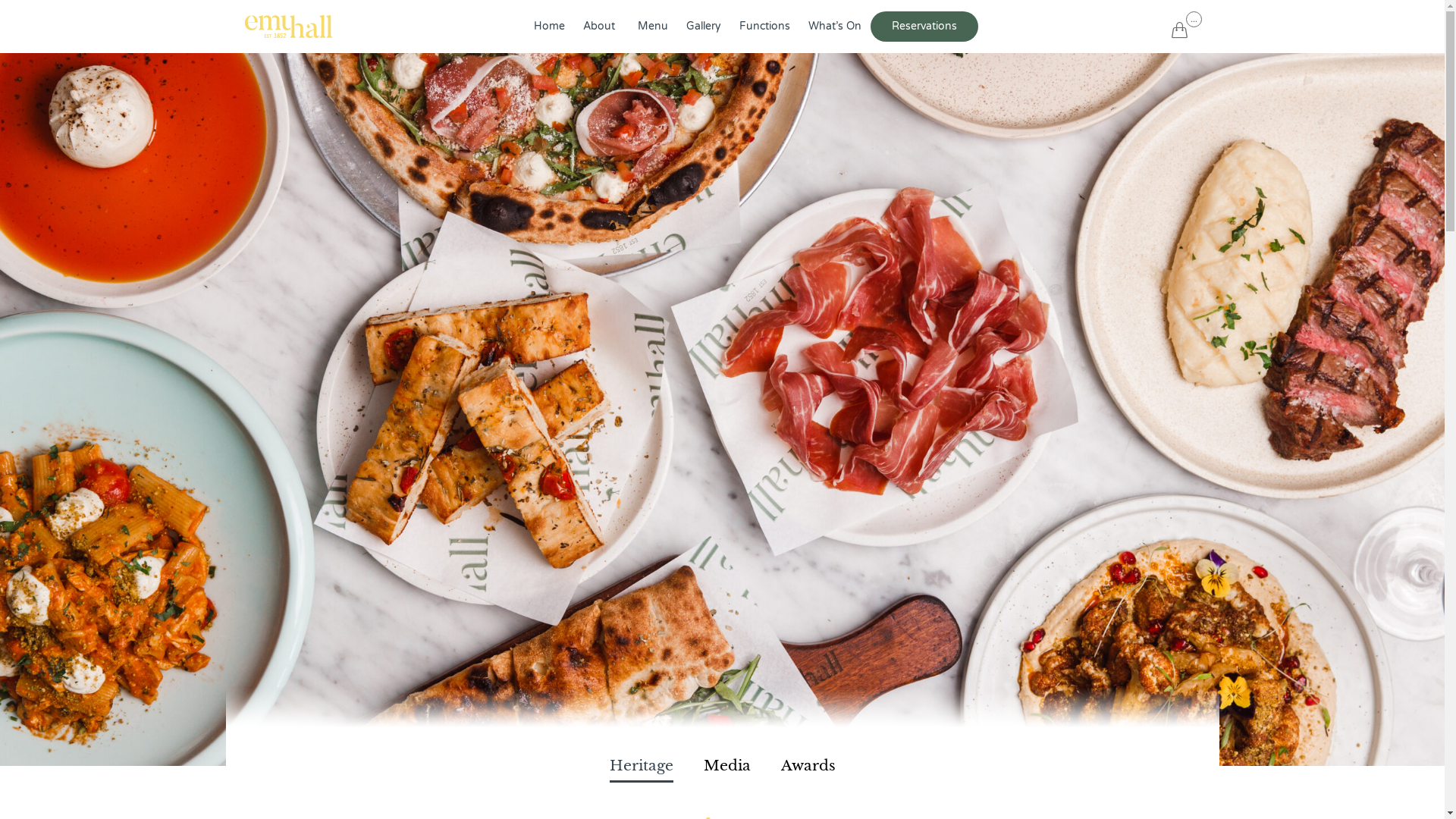 The height and width of the screenshot is (819, 1456). What do you see at coordinates (702, 26) in the screenshot?
I see `'Gallery'` at bounding box center [702, 26].